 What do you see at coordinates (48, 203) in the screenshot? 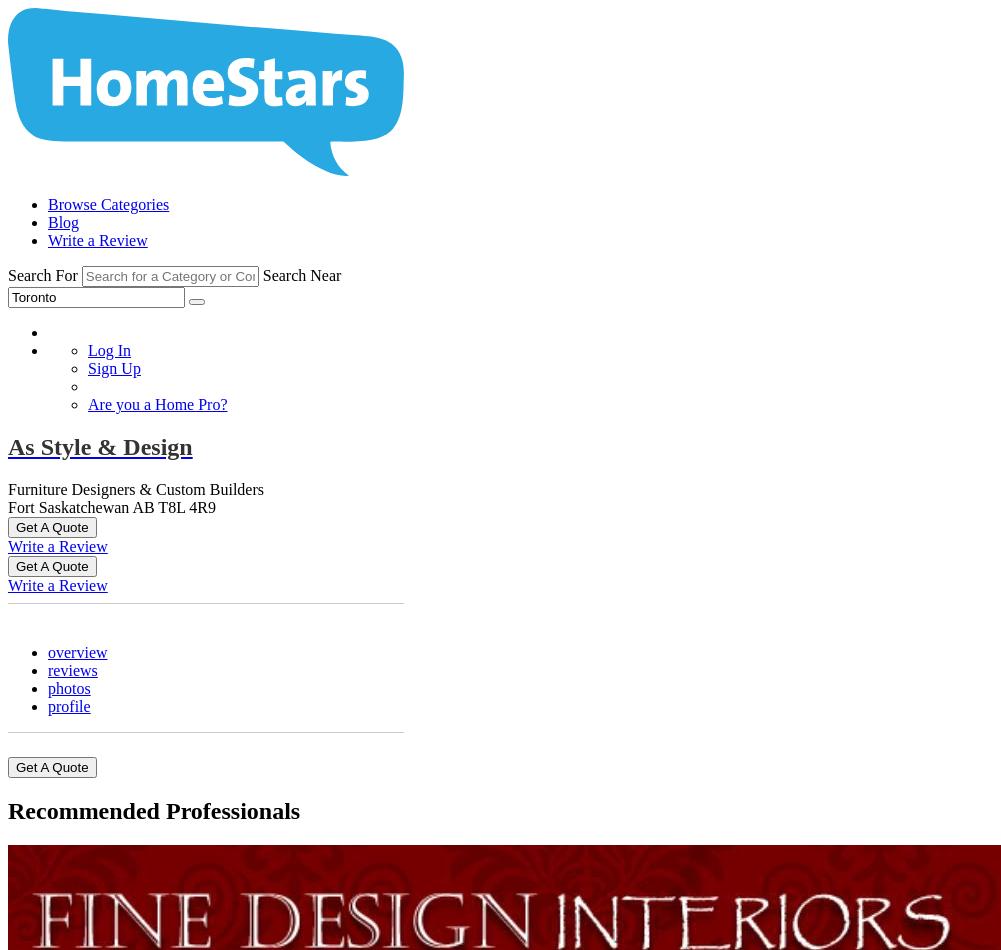
I see `'Browse Categories'` at bounding box center [48, 203].